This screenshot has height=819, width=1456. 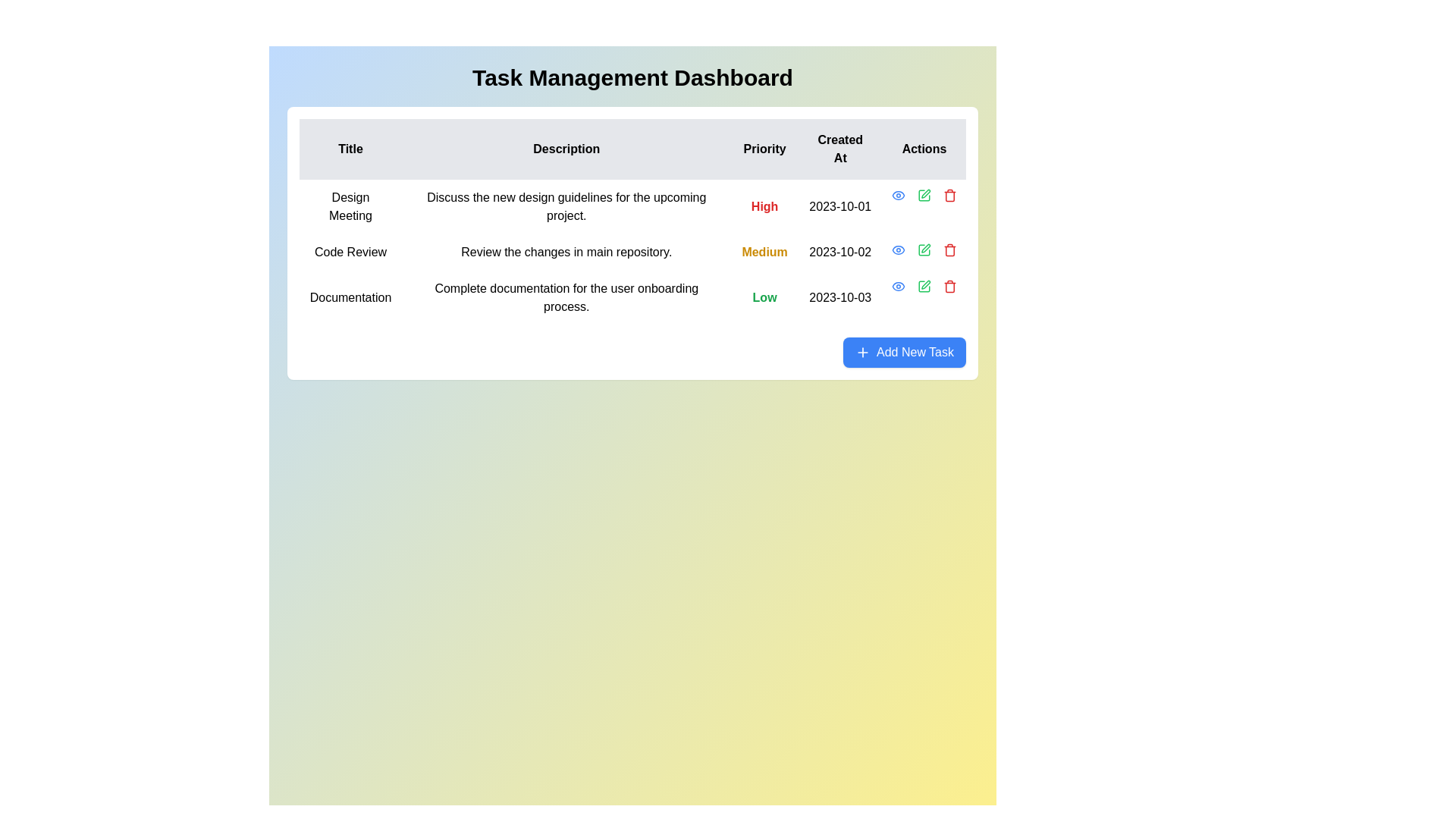 What do you see at coordinates (949, 195) in the screenshot?
I see `the third action icon in the 'Actions' column` at bounding box center [949, 195].